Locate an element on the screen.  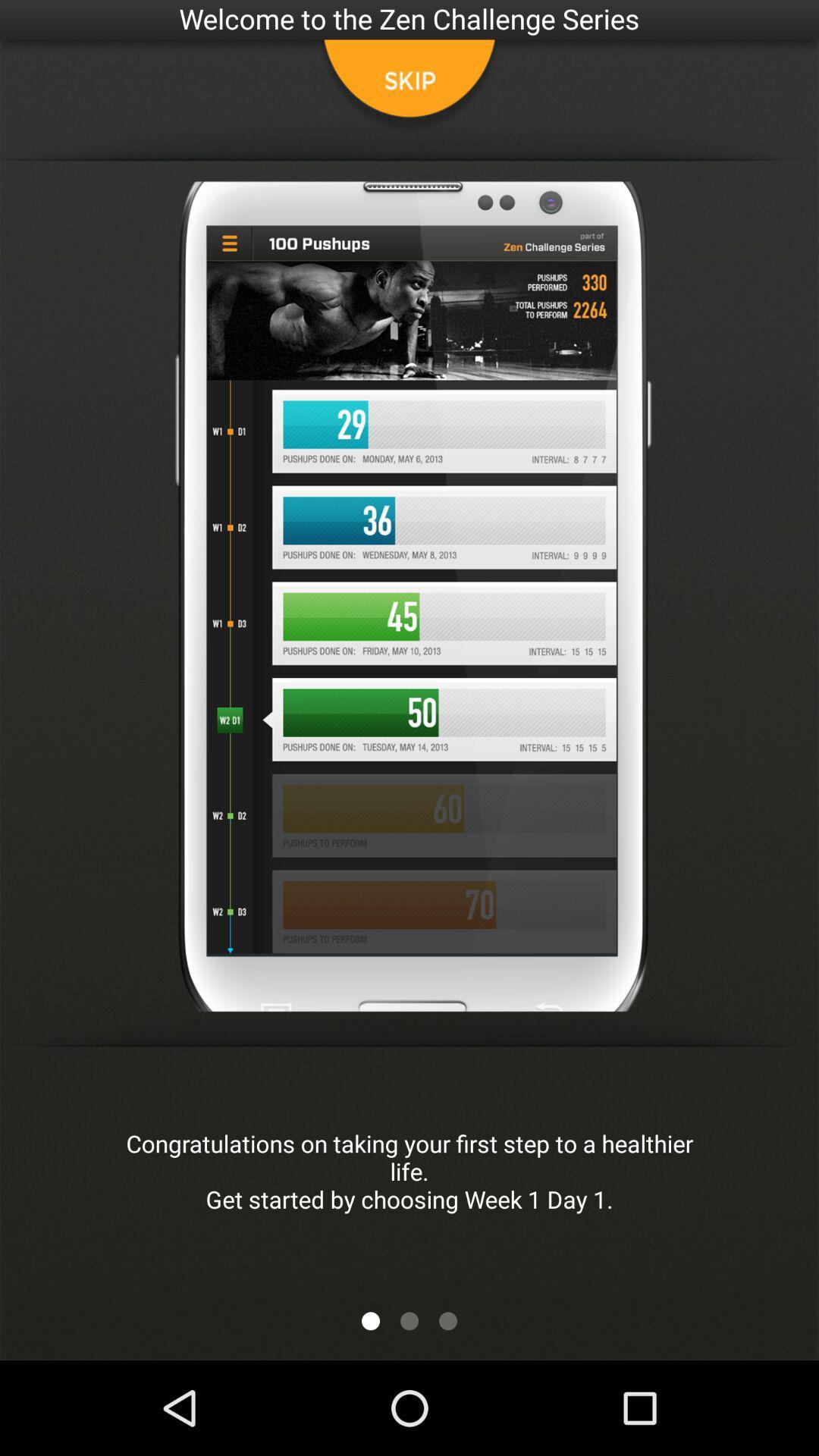
scroll to the next page is located at coordinates (447, 1320).